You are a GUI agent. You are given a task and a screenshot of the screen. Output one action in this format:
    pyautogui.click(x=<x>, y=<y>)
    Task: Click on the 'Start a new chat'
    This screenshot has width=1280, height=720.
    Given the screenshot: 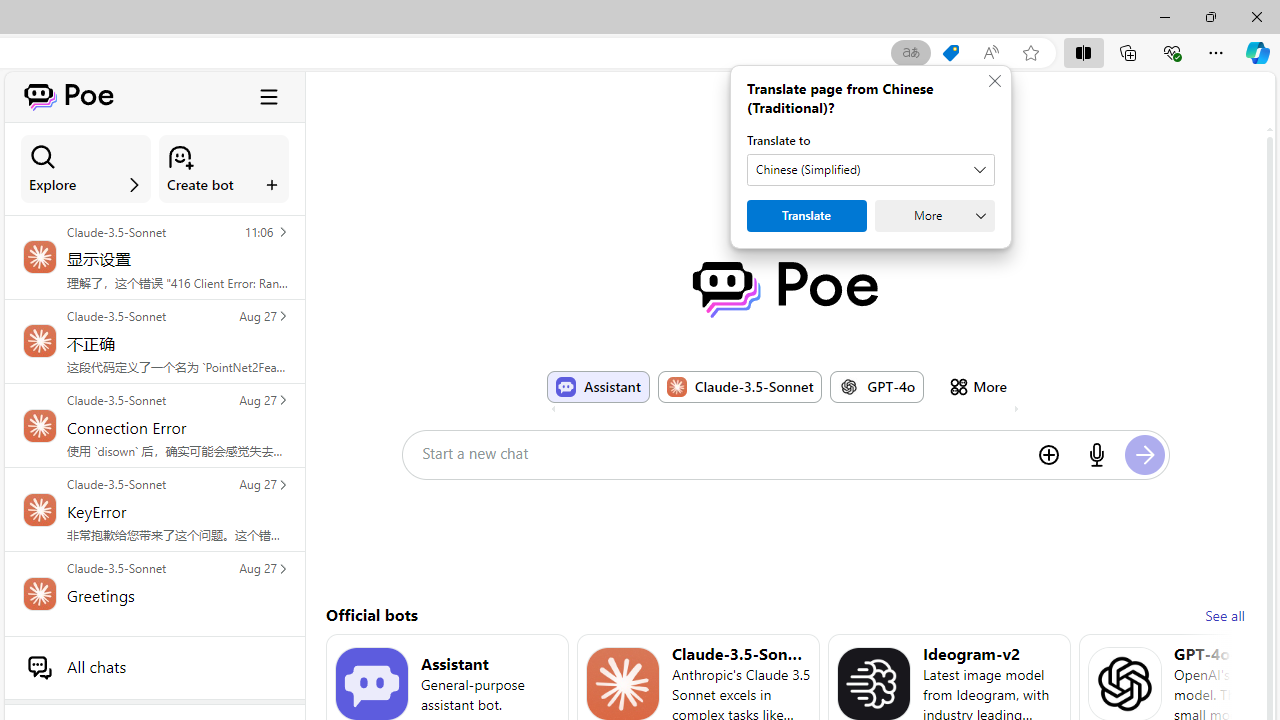 What is the action you would take?
    pyautogui.click(x=720, y=453)
    